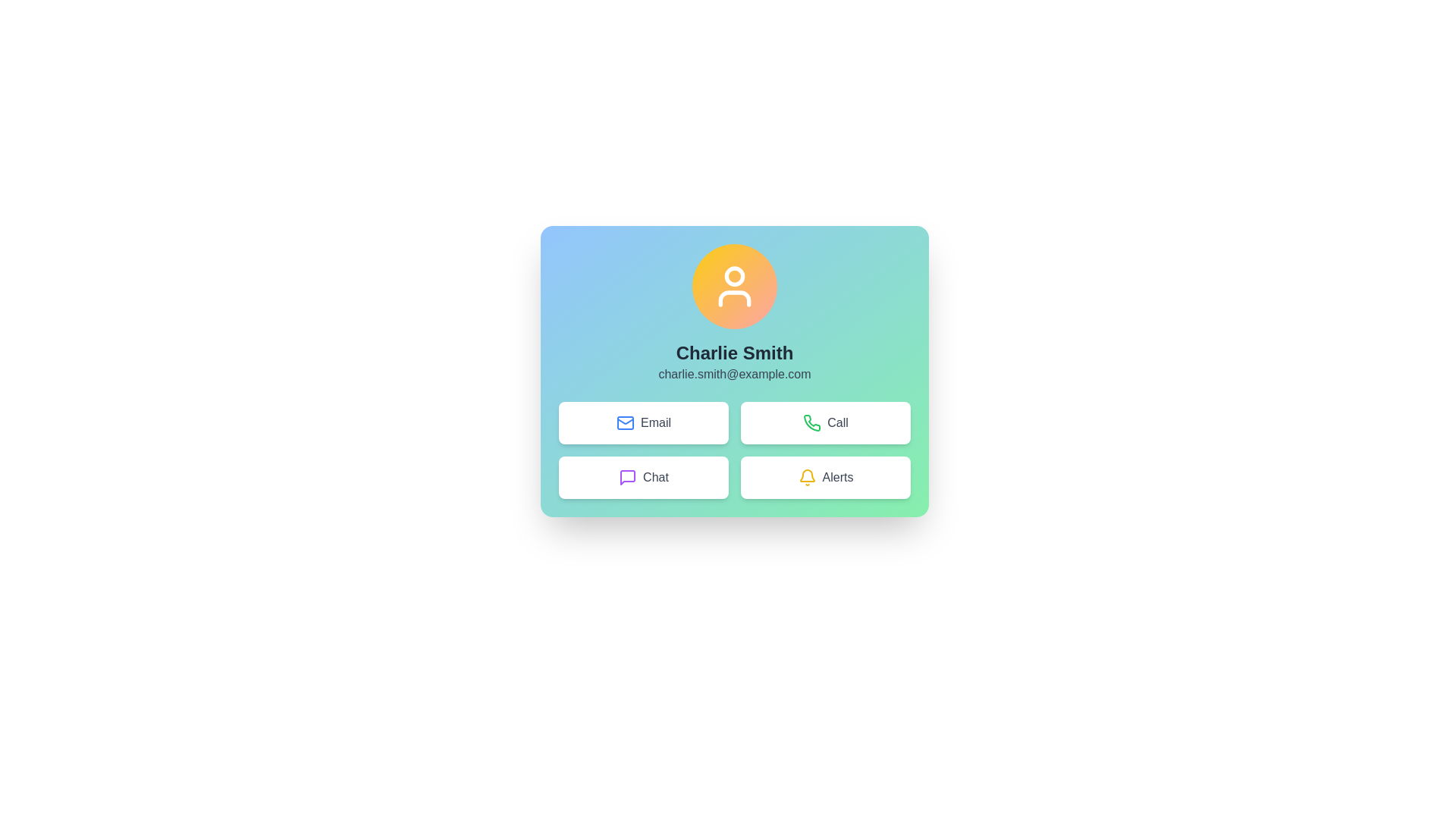 The width and height of the screenshot is (1456, 819). What do you see at coordinates (735, 374) in the screenshot?
I see `the static text displaying 'charlie.smith@example.com' in gray color, located centrally beneath the 'Charlie Smith' label` at bounding box center [735, 374].